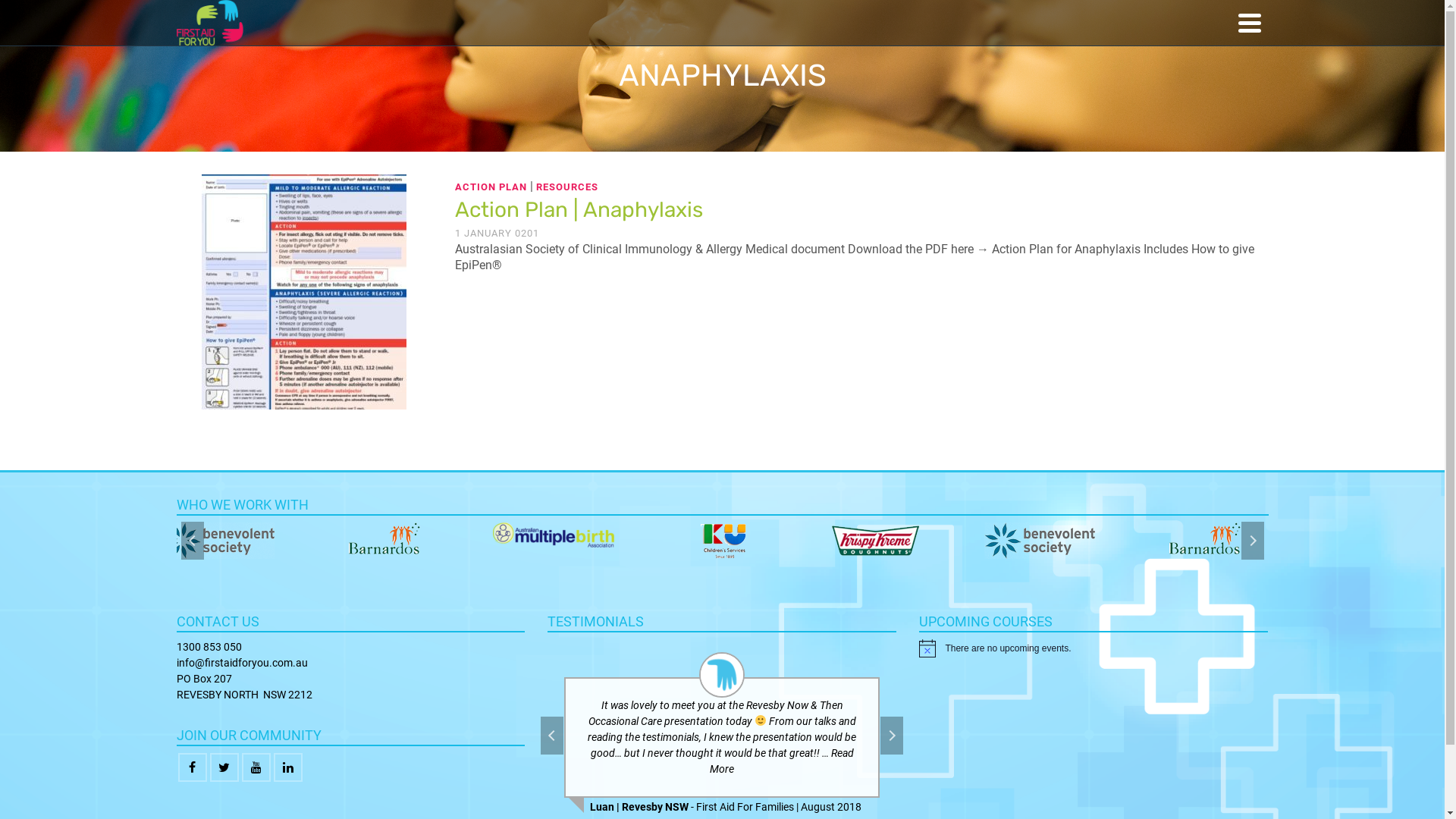 This screenshot has height=819, width=1456. Describe the element at coordinates (551, 734) in the screenshot. I see `'Previous'` at that location.